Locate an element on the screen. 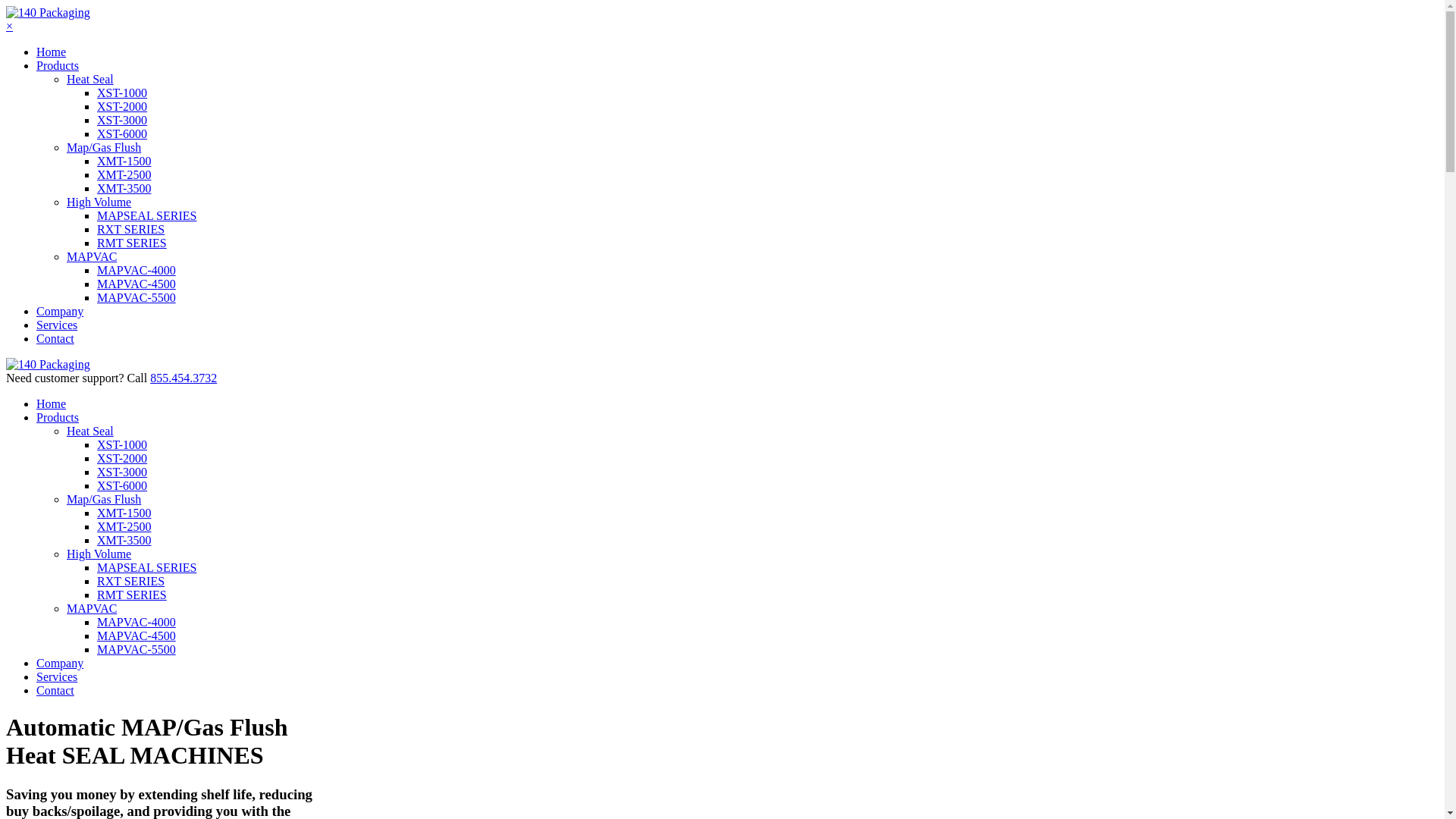 Image resolution: width=1456 pixels, height=819 pixels. 'XMT-1500' is located at coordinates (124, 161).